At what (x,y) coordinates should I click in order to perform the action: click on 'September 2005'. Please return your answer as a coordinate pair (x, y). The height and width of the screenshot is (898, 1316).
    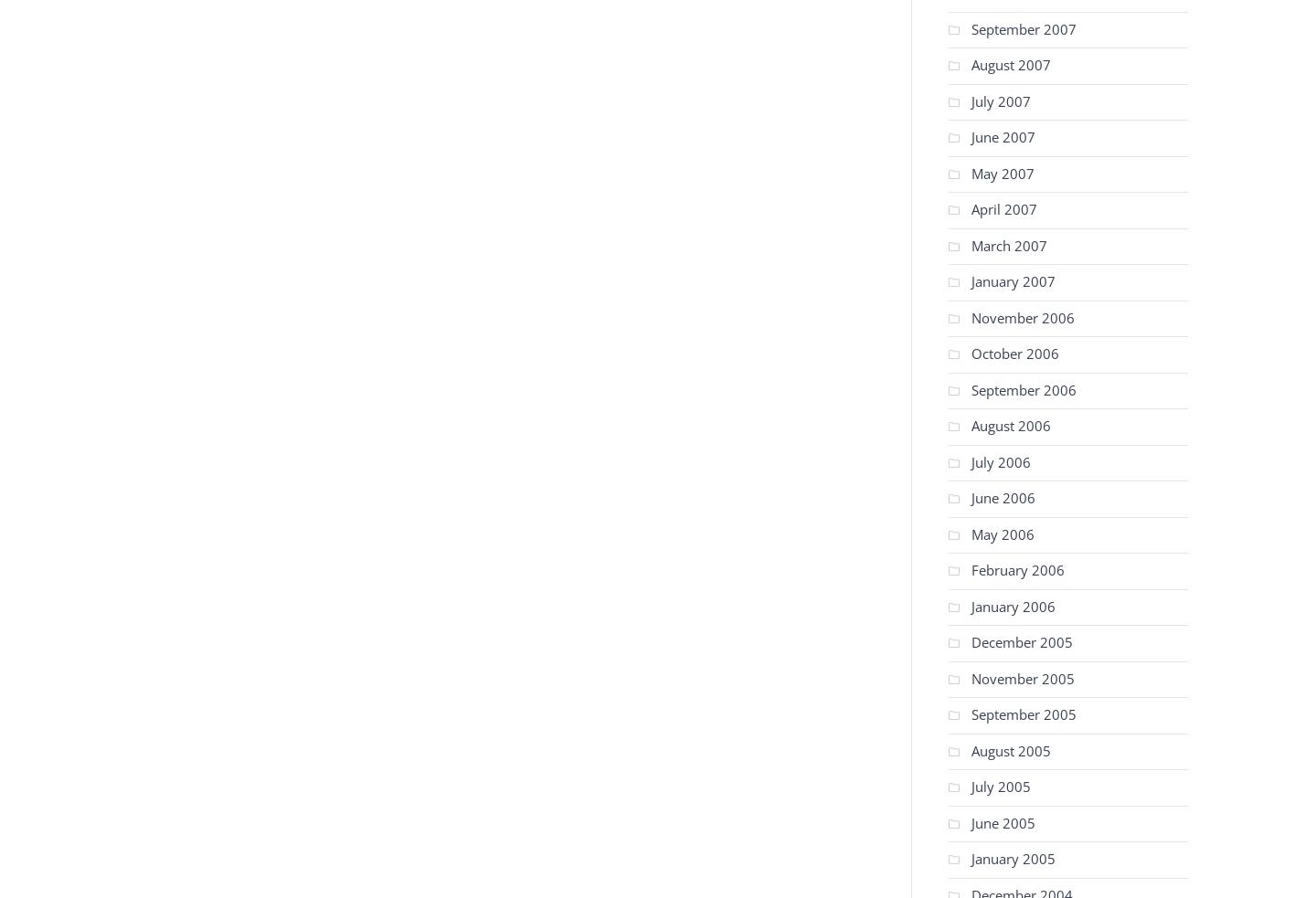
    Looking at the image, I should click on (1023, 713).